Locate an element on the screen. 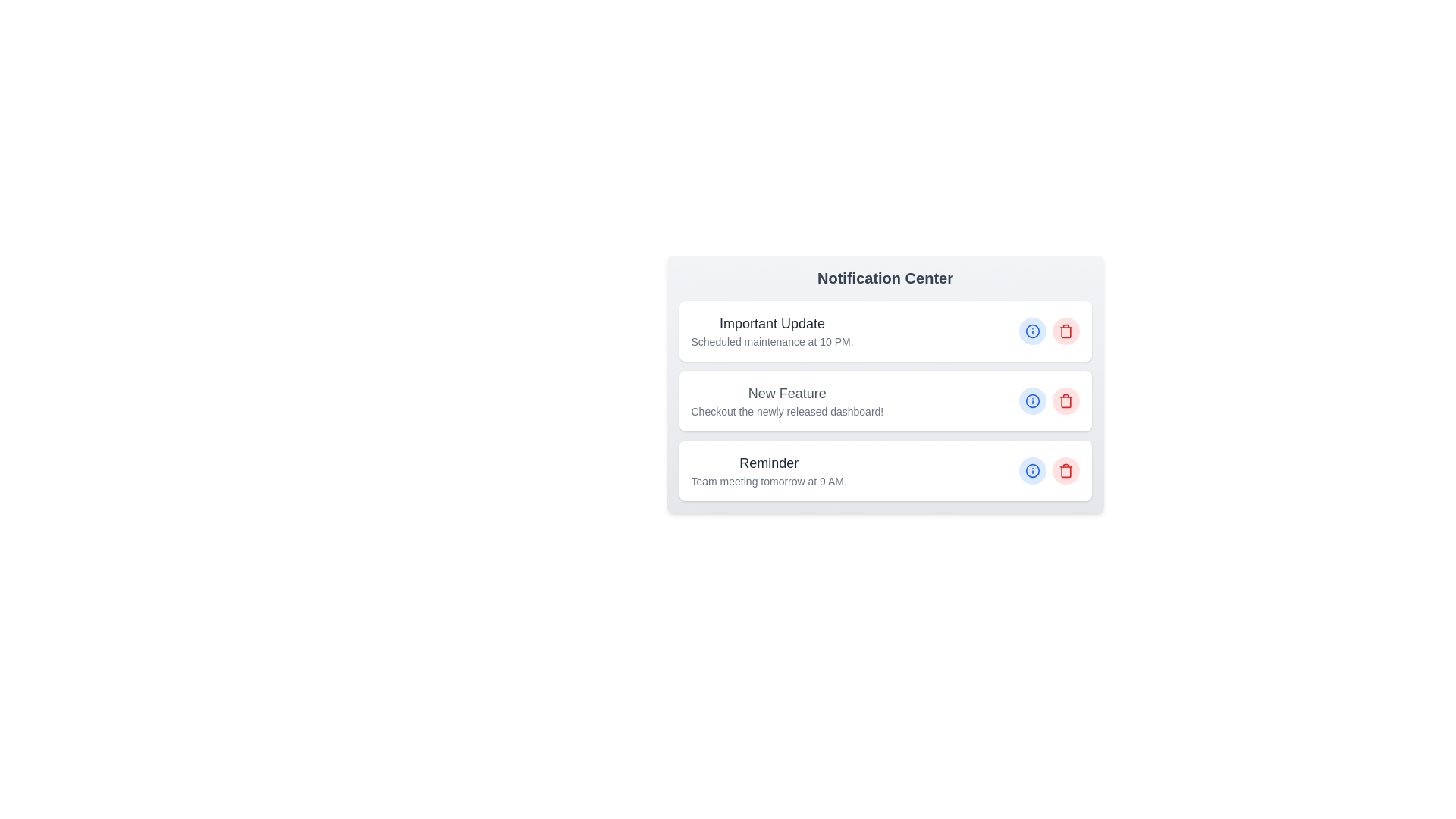 The image size is (1456, 819). delete button next to the item titled 'Reminder' to remove it from the list is located at coordinates (1065, 470).